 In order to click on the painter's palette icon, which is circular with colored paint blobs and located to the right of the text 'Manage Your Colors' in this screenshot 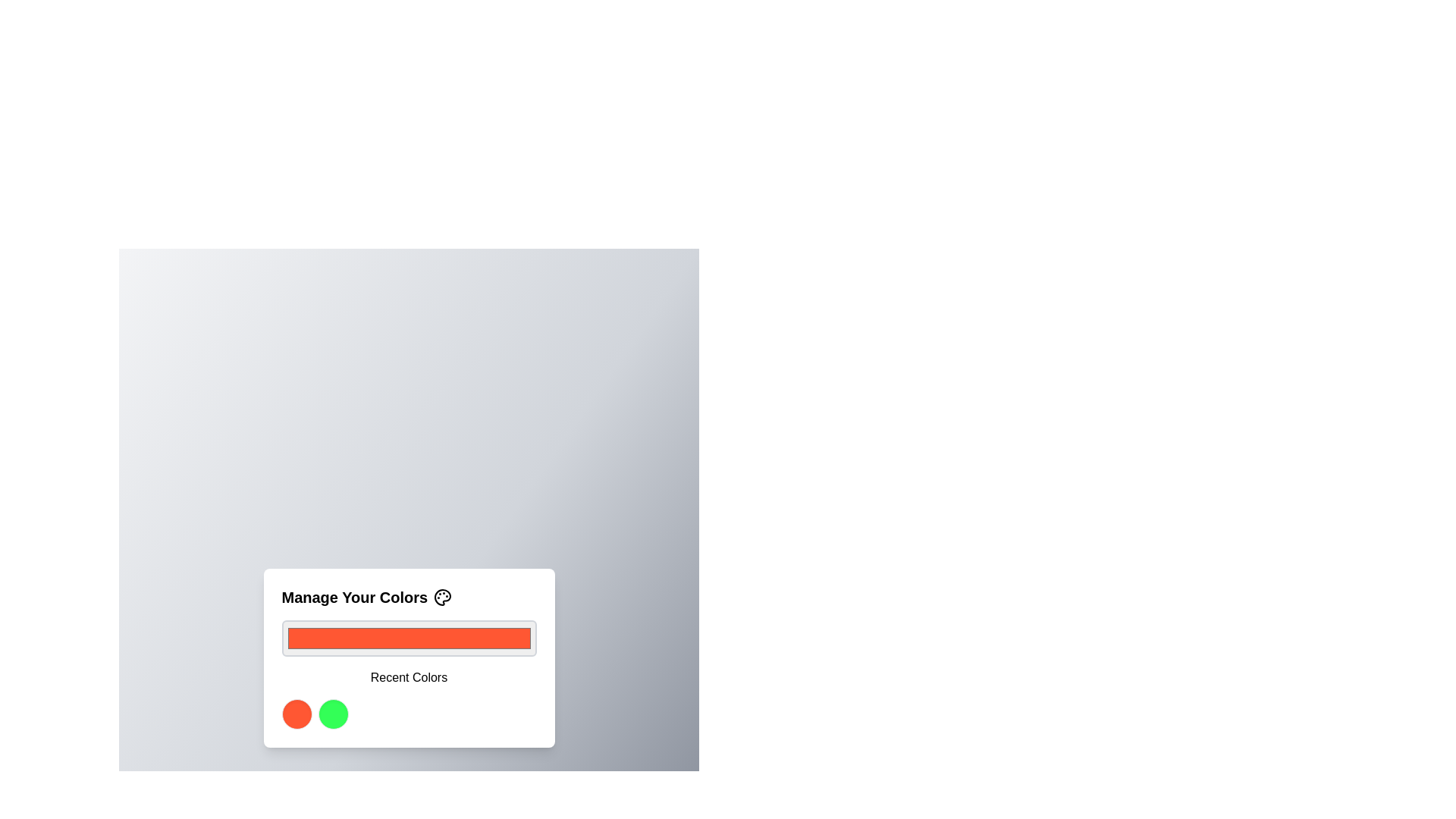, I will do `click(442, 596)`.